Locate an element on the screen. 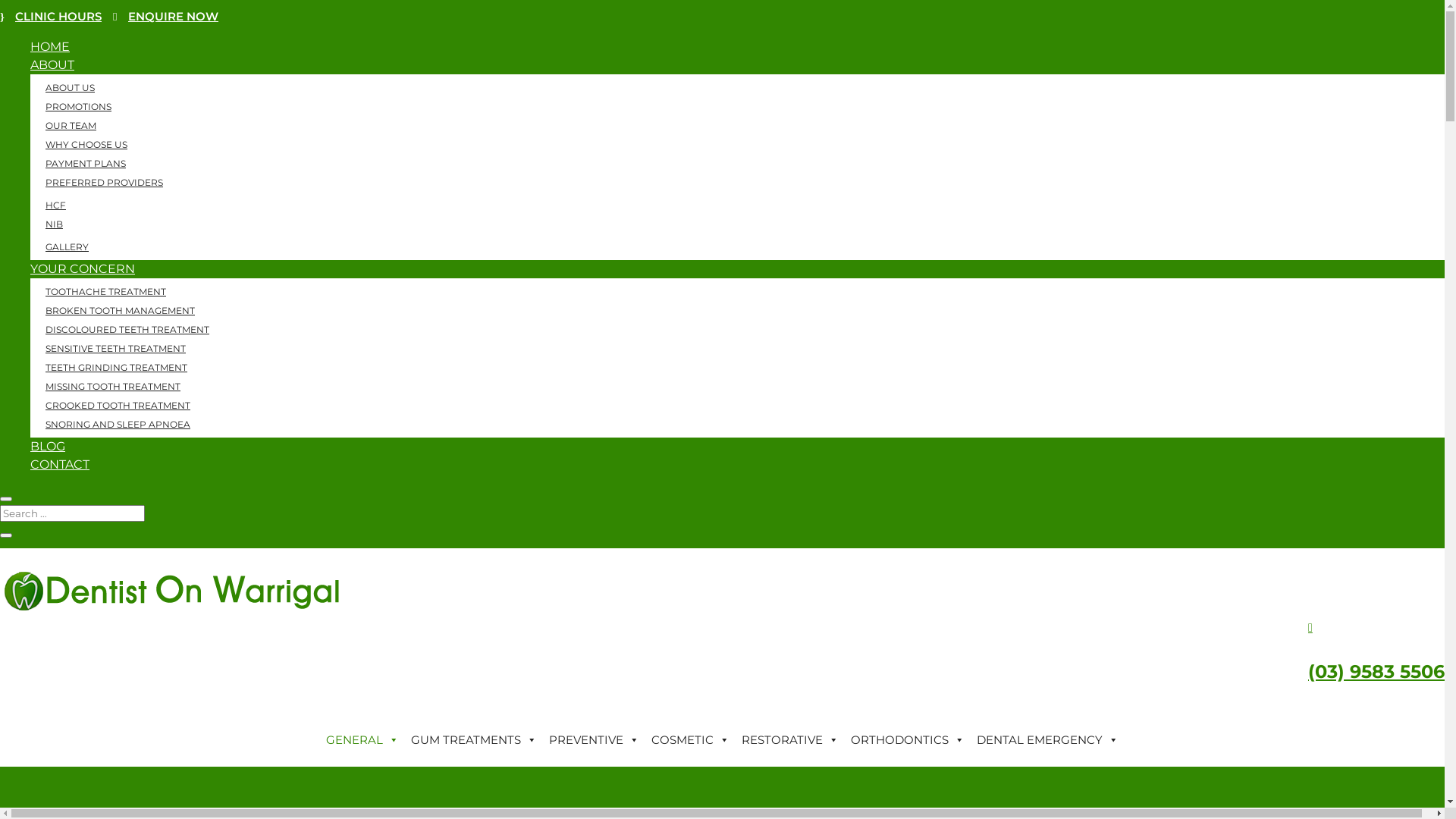 The image size is (1456, 819). 'PAYMENT PLANS' is located at coordinates (85, 163).